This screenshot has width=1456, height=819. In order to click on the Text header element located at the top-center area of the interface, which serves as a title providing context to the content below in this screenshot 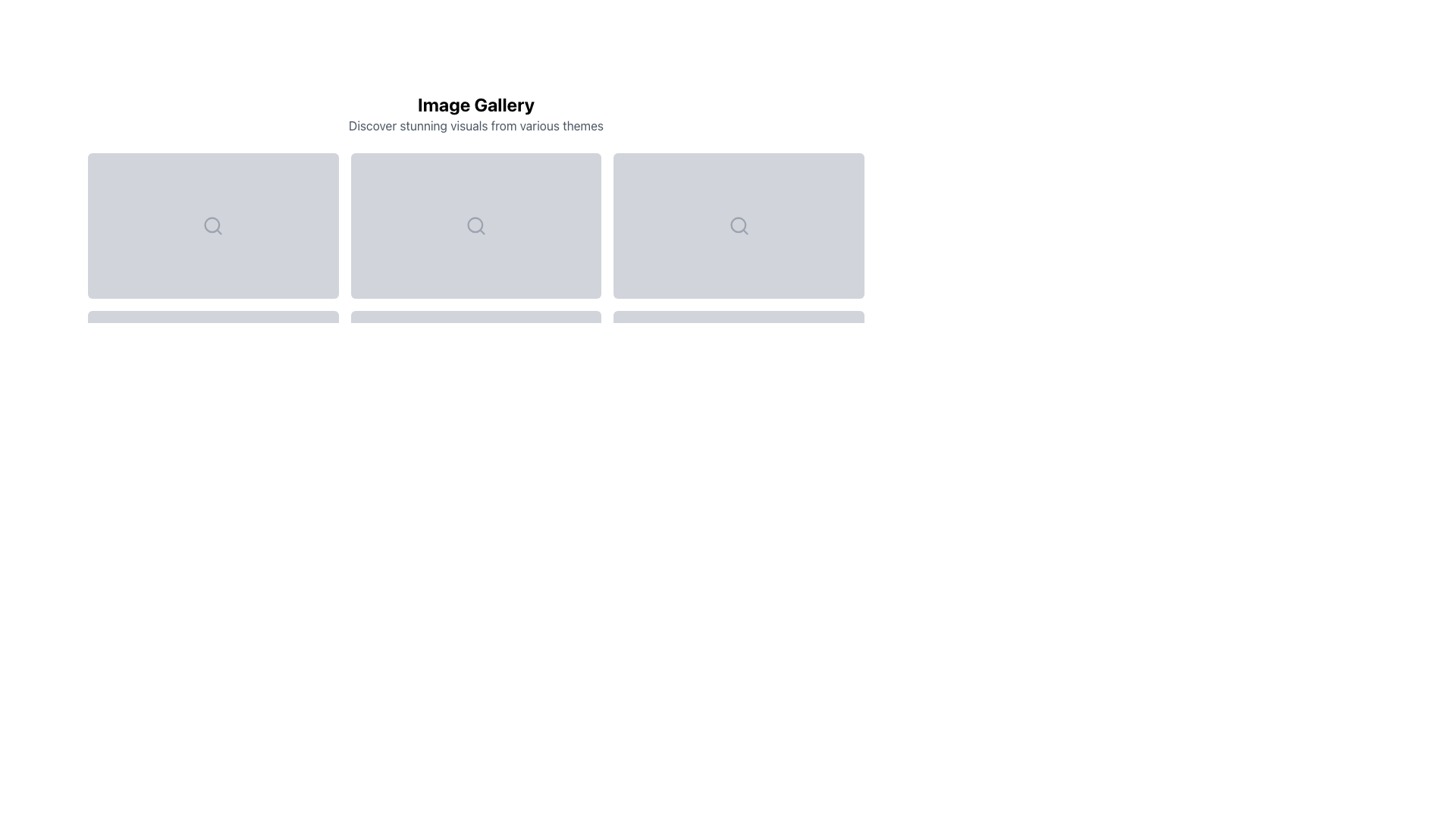, I will do `click(475, 104)`.